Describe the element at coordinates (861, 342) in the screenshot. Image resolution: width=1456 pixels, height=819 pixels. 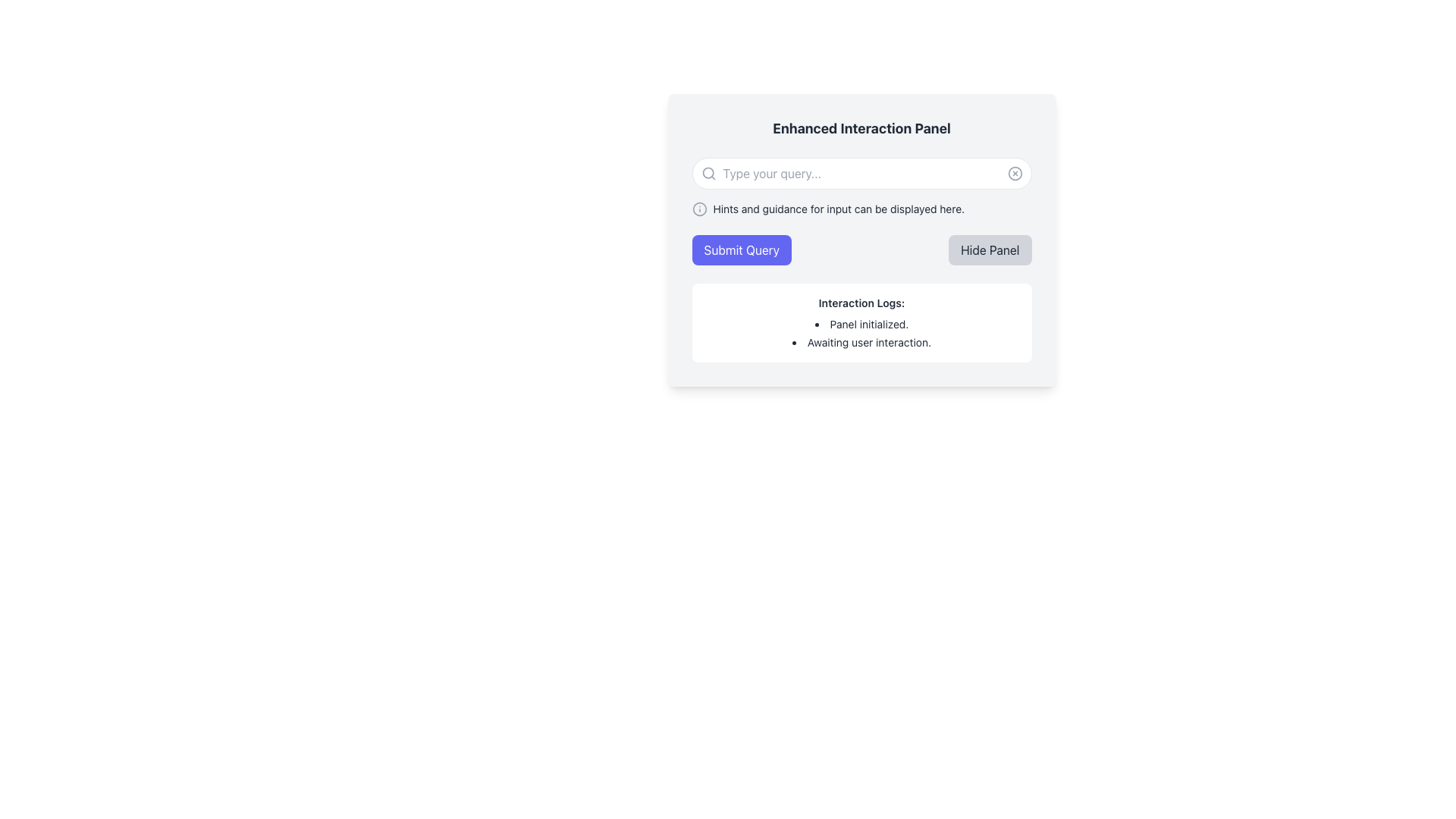
I see `message 'Awaiting user interaction.' which is the second item in the bullet list titled 'Interaction Logs.'` at that location.